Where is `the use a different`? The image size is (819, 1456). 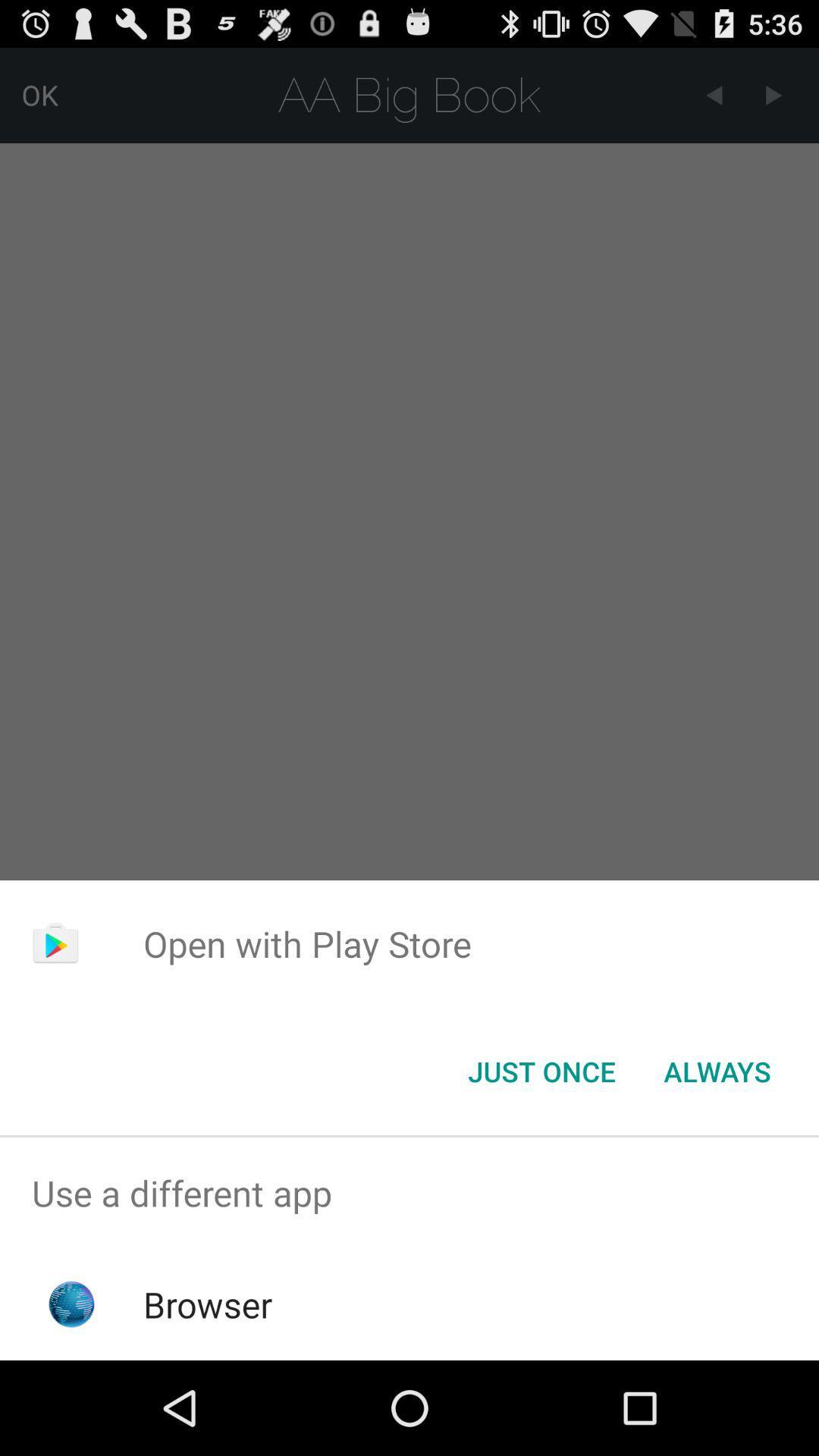
the use a different is located at coordinates (409, 1192).